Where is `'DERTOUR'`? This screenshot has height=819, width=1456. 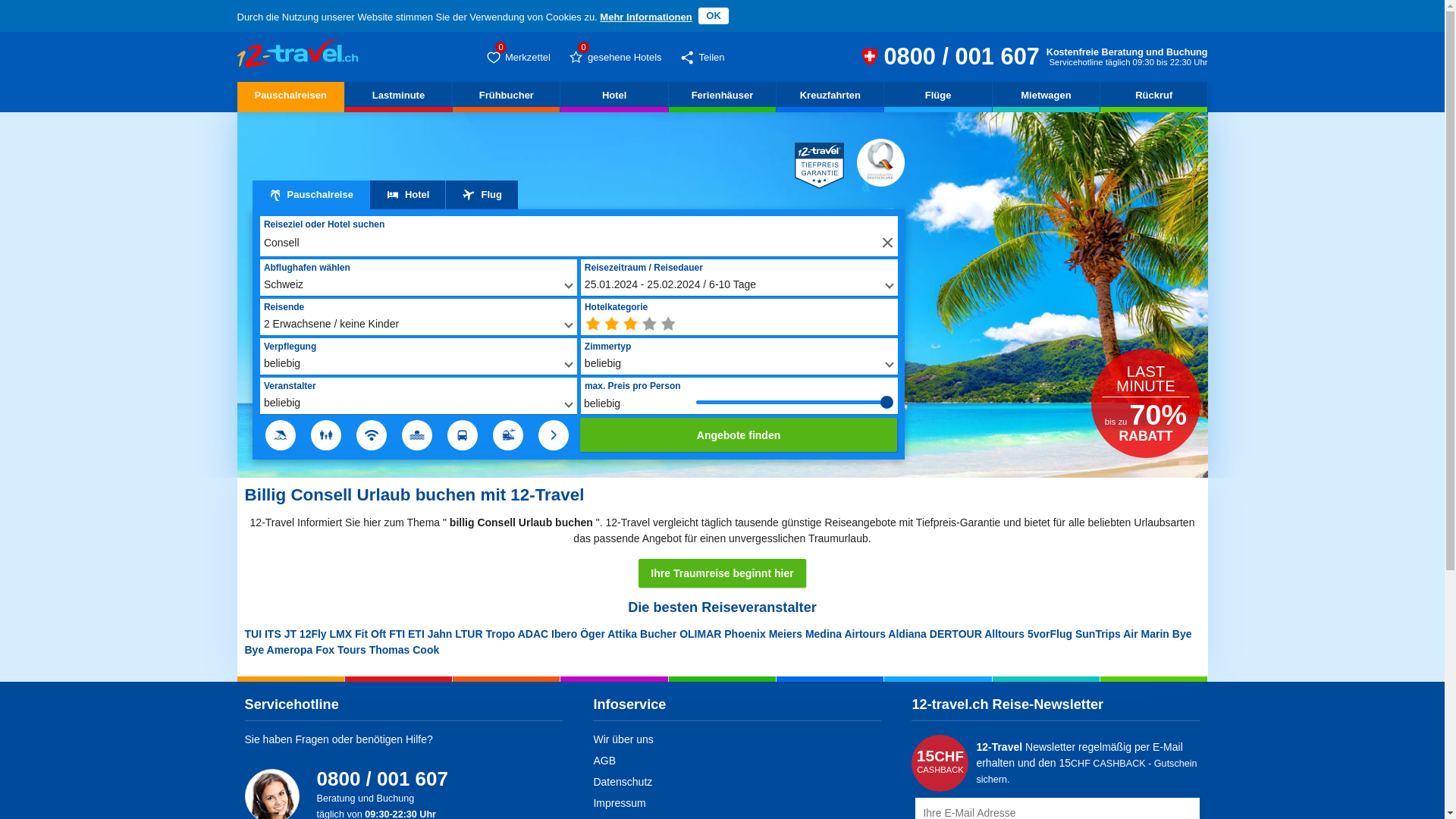
'DERTOUR' is located at coordinates (955, 634).